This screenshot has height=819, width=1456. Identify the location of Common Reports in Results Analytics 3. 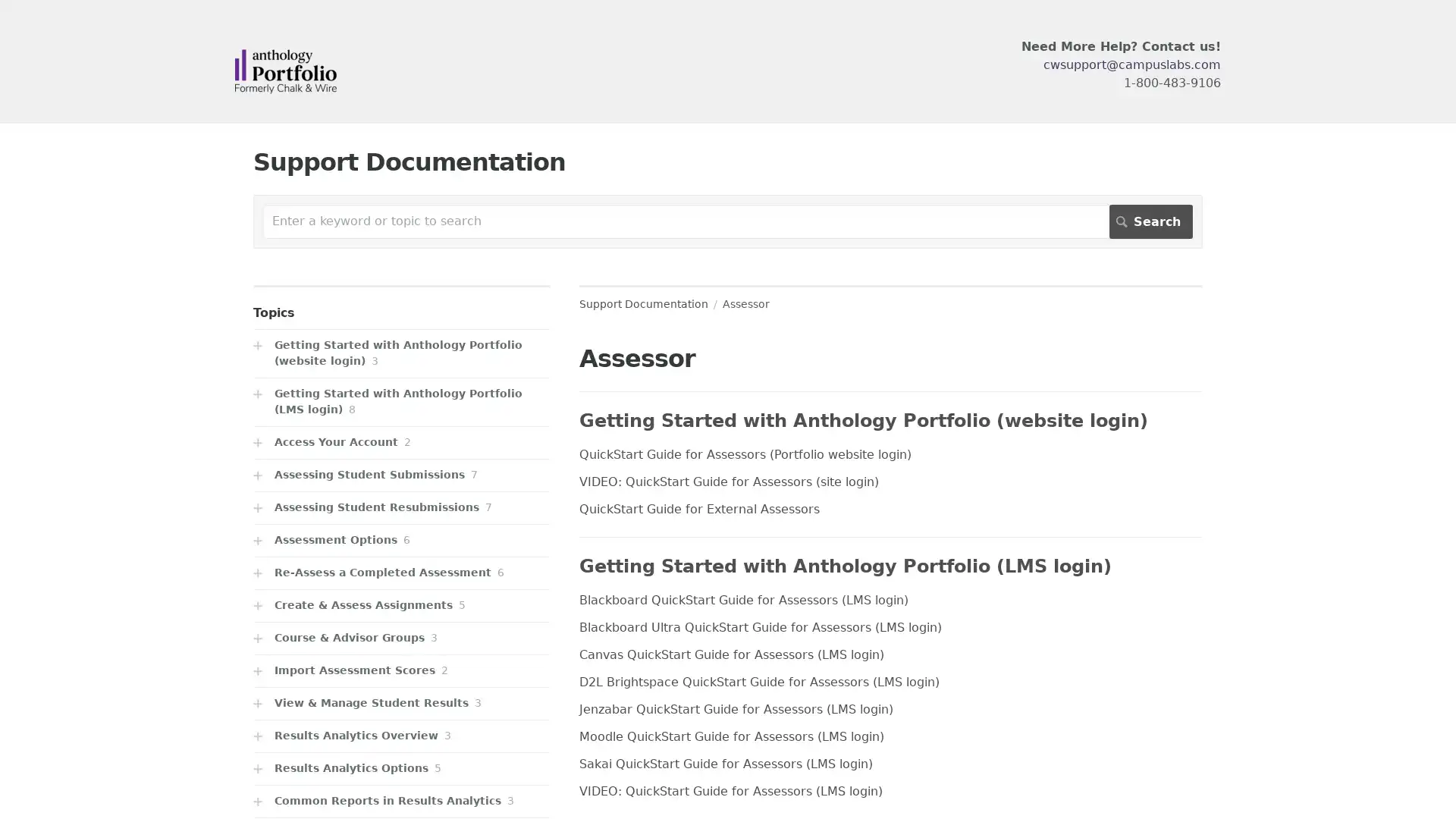
(401, 800).